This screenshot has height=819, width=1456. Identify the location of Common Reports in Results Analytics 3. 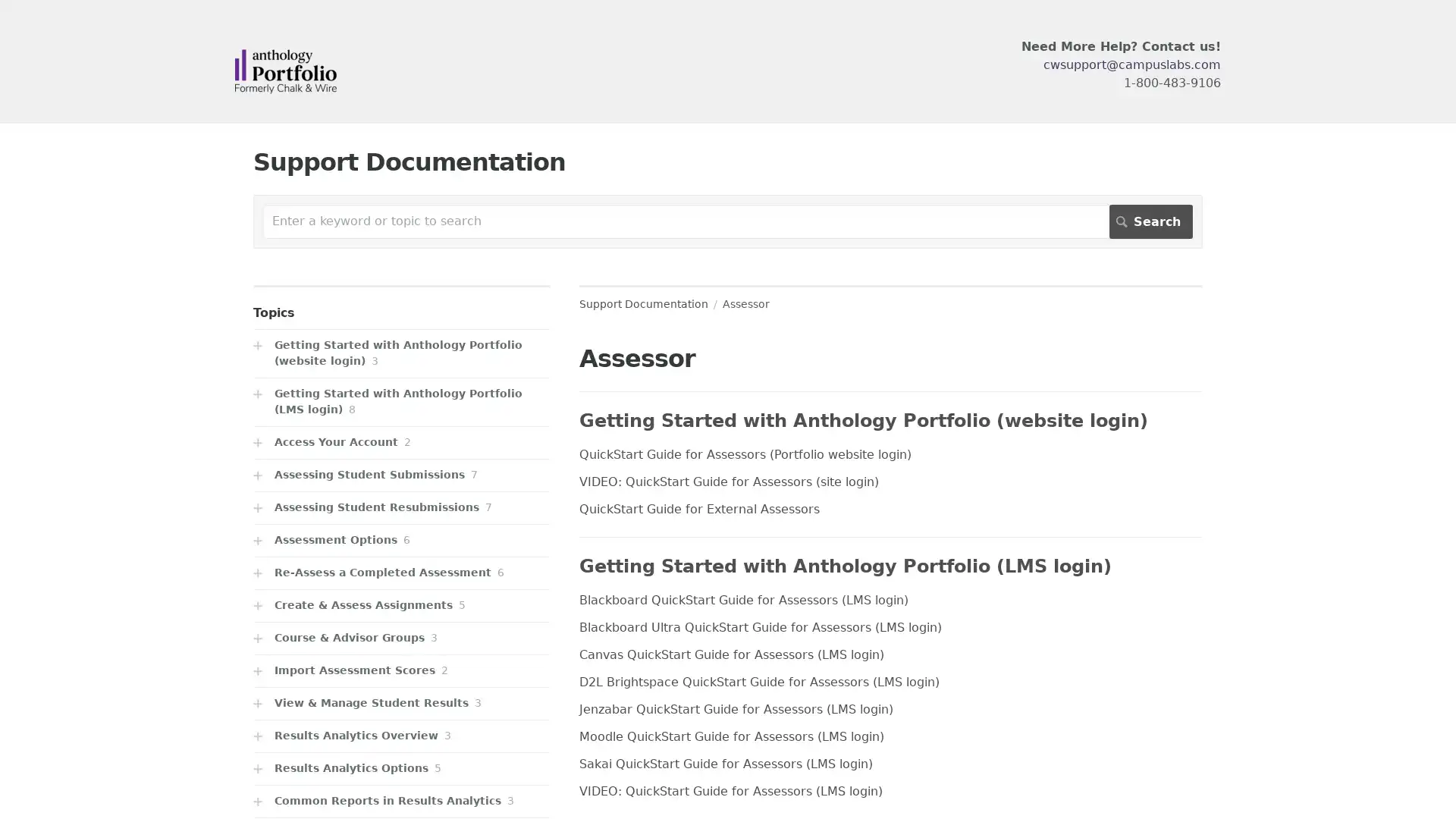
(401, 800).